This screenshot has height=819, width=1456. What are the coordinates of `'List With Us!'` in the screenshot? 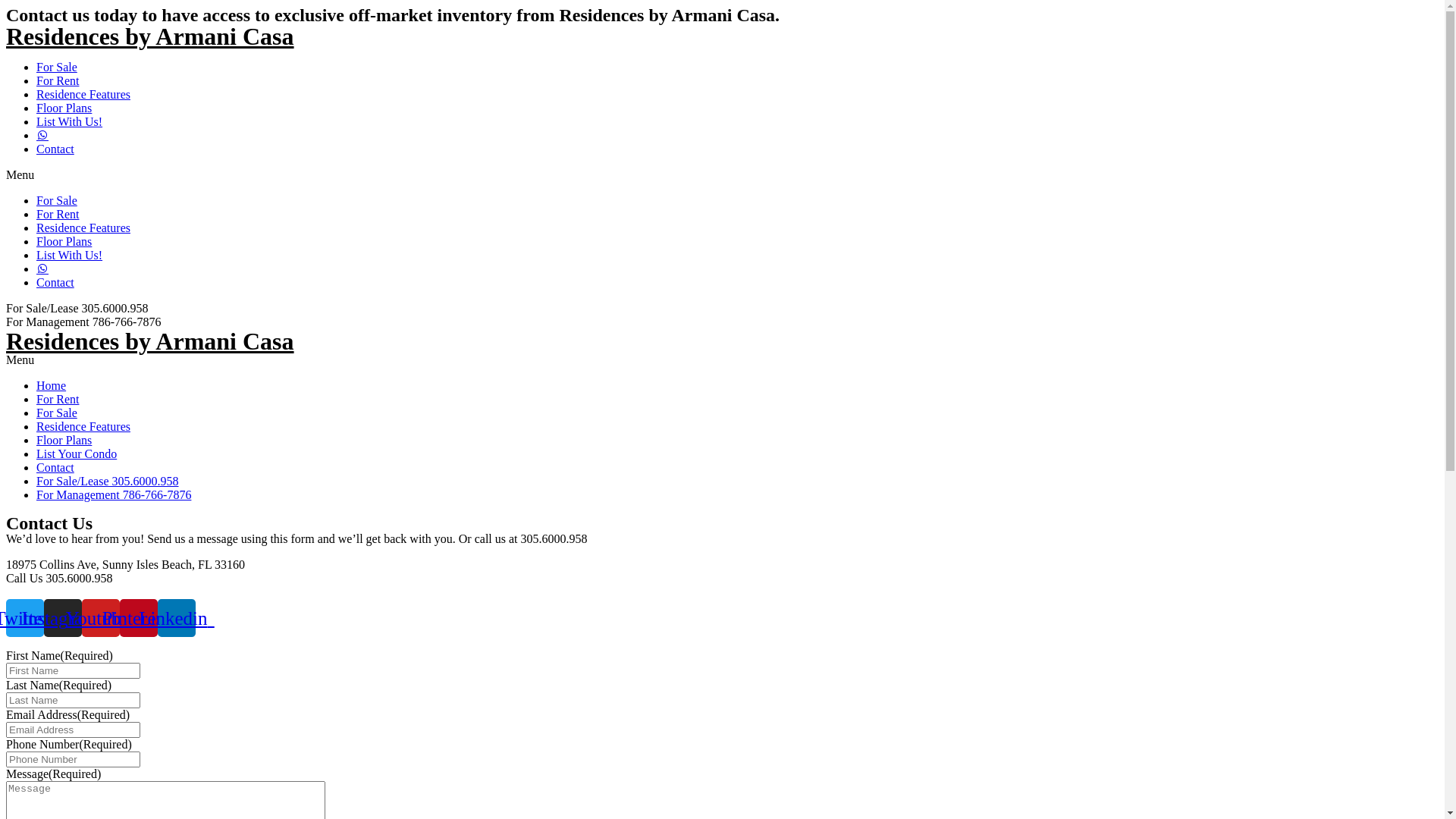 It's located at (68, 254).